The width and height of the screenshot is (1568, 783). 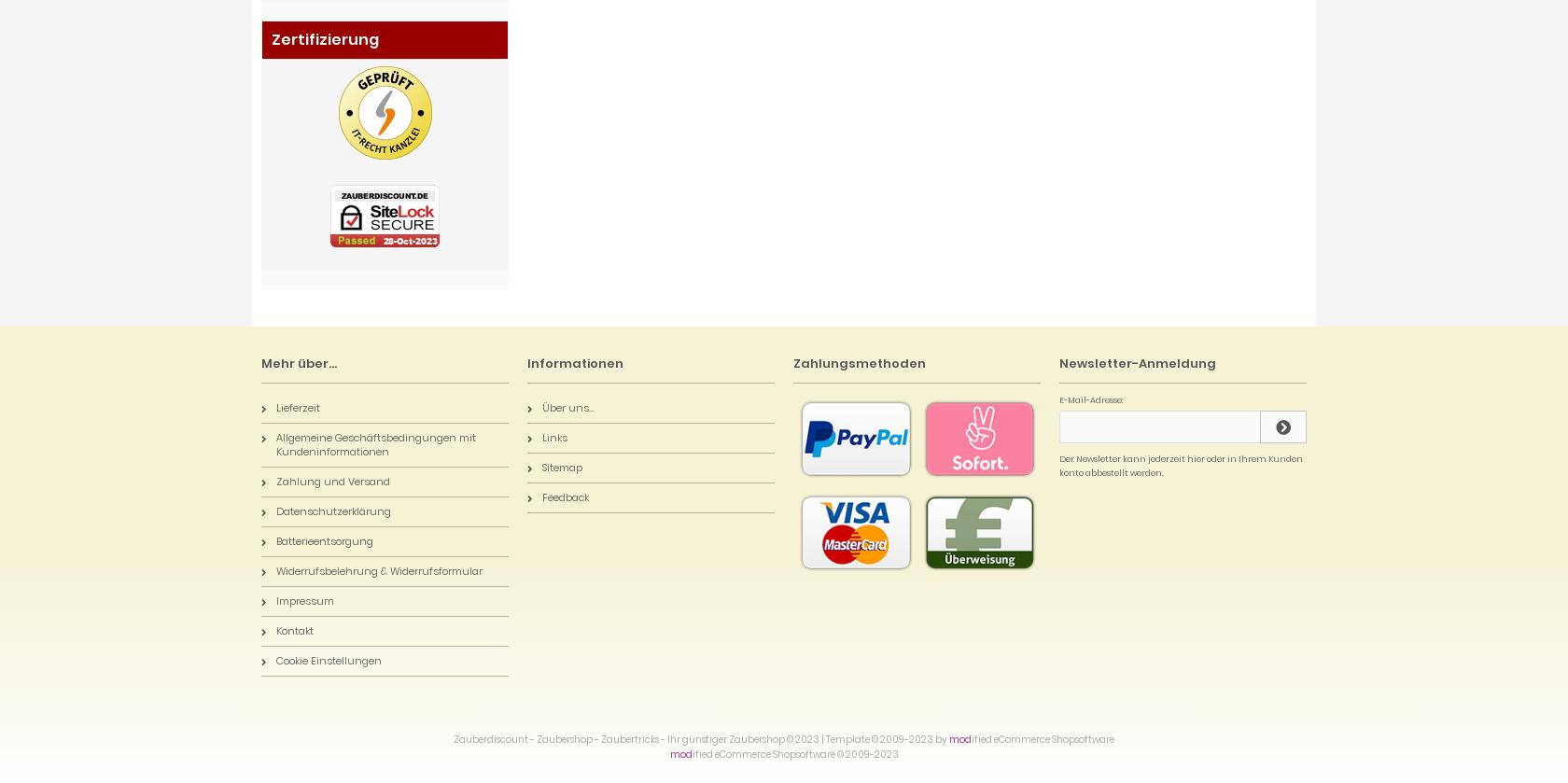 I want to click on 'Feedback', so click(x=565, y=496).